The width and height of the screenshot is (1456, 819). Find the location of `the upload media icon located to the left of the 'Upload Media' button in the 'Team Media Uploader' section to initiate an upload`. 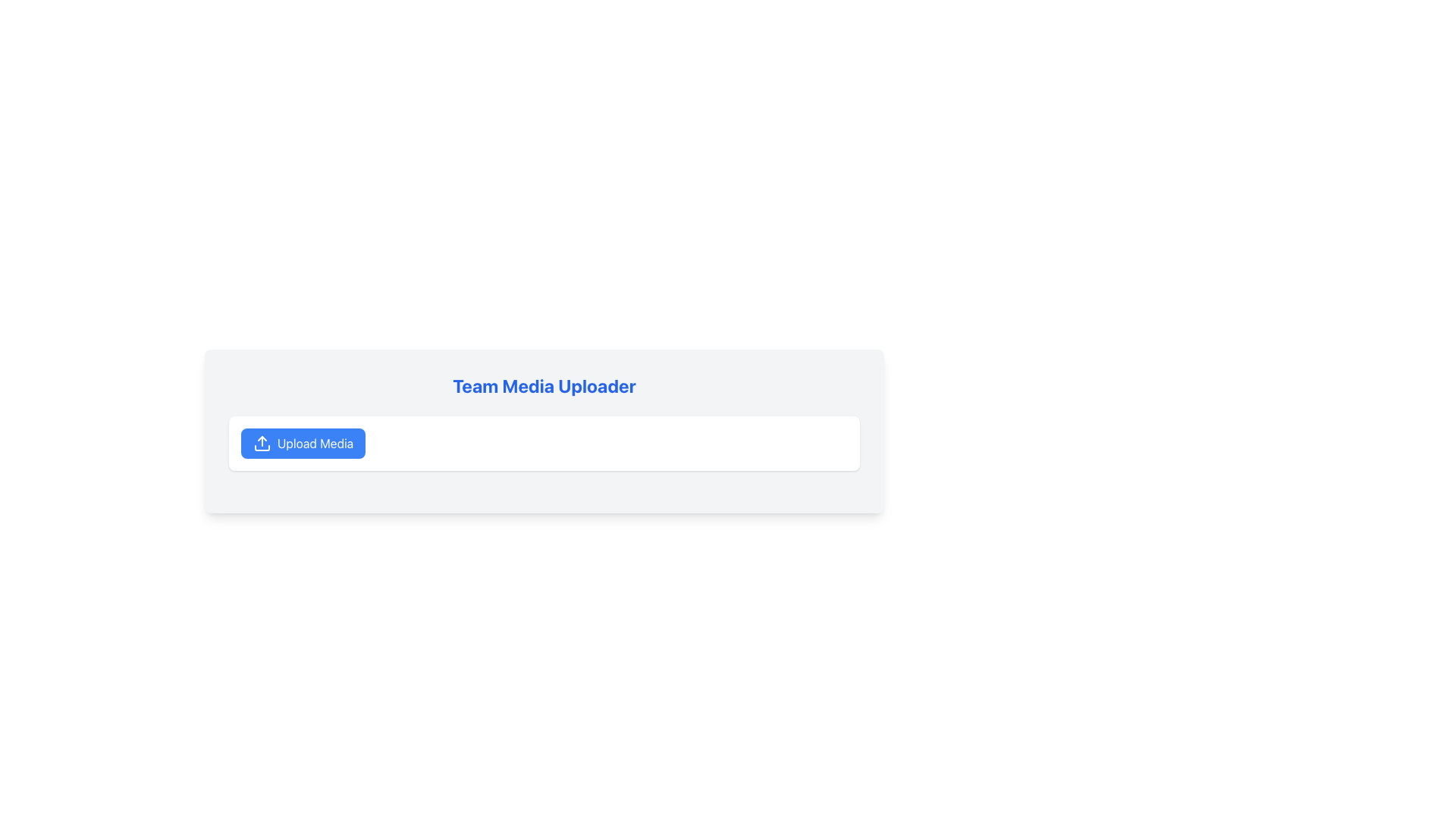

the upload media icon located to the left of the 'Upload Media' button in the 'Team Media Uploader' section to initiate an upload is located at coordinates (262, 444).